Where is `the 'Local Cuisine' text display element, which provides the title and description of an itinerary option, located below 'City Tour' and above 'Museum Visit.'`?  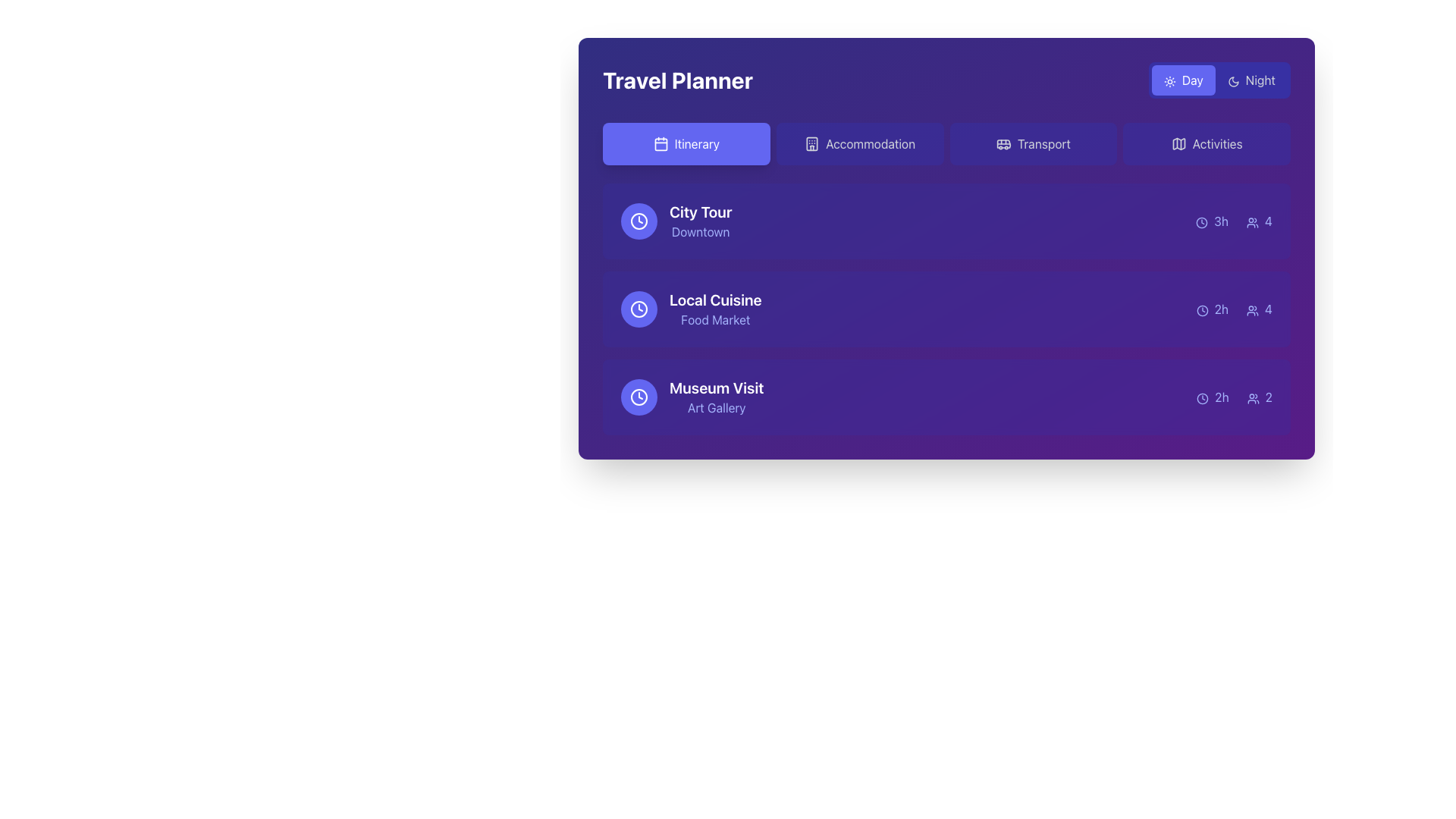
the 'Local Cuisine' text display element, which provides the title and description of an itinerary option, located below 'City Tour' and above 'Museum Visit.' is located at coordinates (714, 309).